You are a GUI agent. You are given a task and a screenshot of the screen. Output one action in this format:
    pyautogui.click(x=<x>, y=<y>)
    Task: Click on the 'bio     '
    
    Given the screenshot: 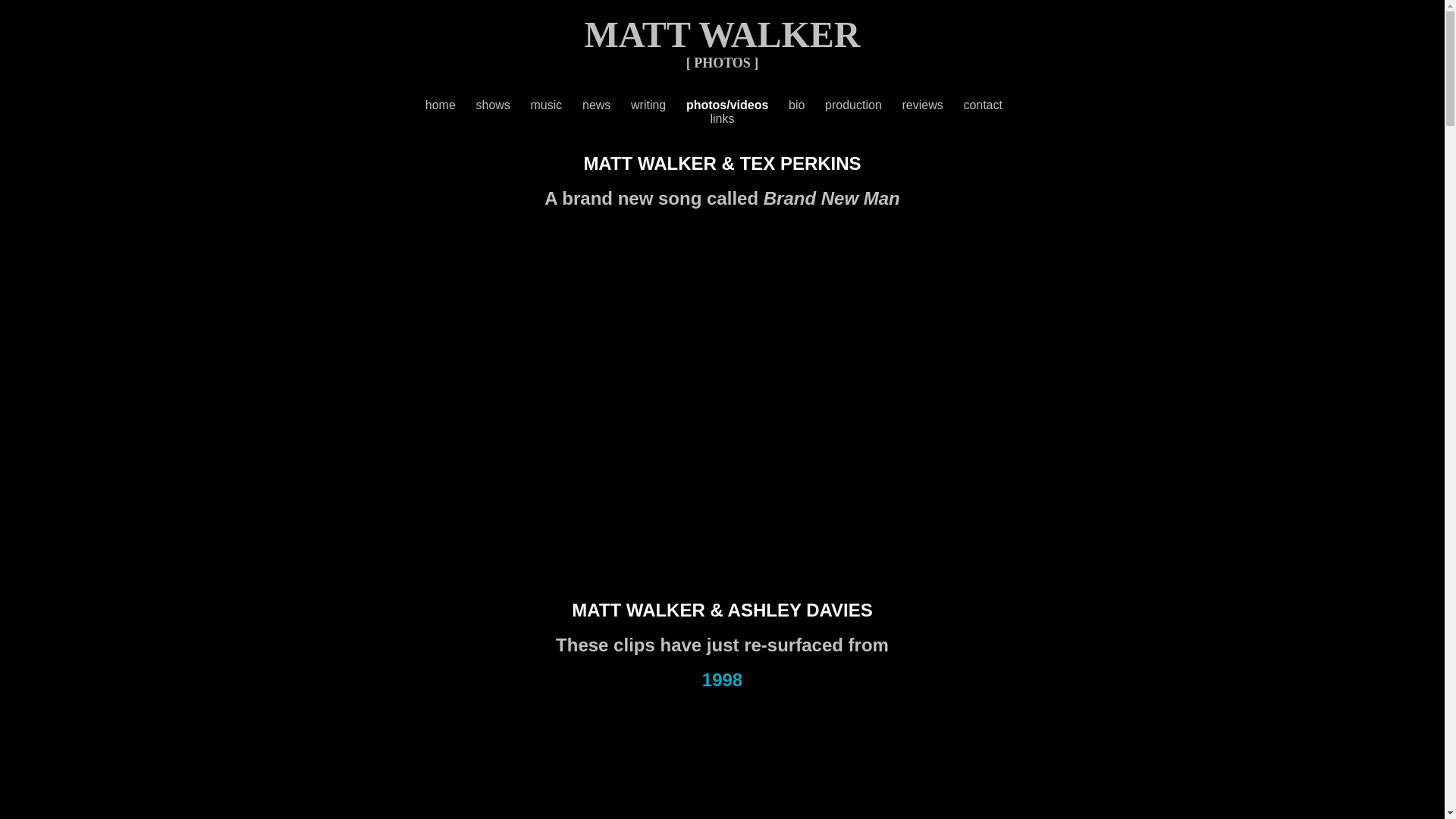 What is the action you would take?
    pyautogui.click(x=806, y=104)
    